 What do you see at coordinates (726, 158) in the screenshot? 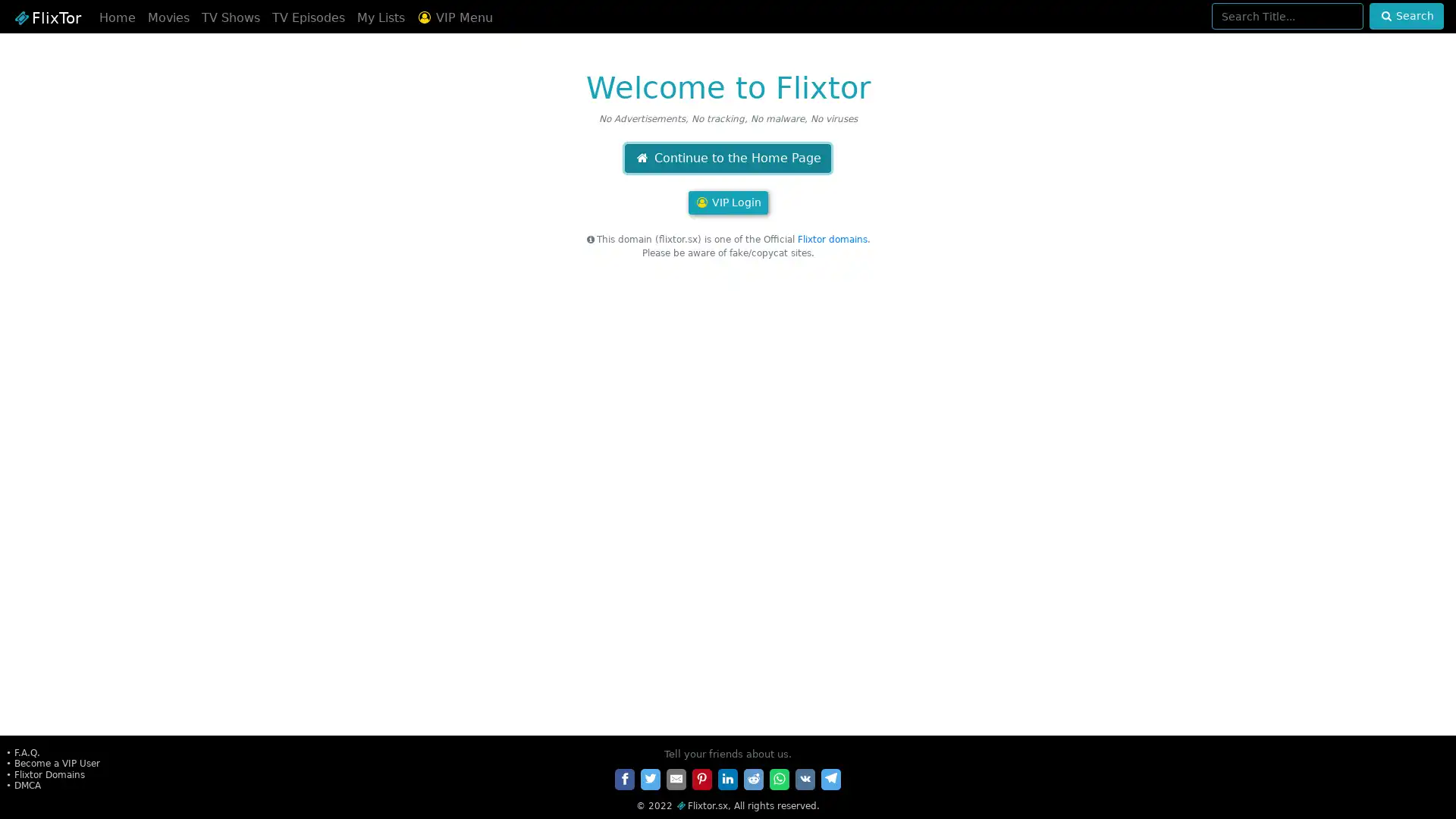
I see `Continue to the Home Page` at bounding box center [726, 158].